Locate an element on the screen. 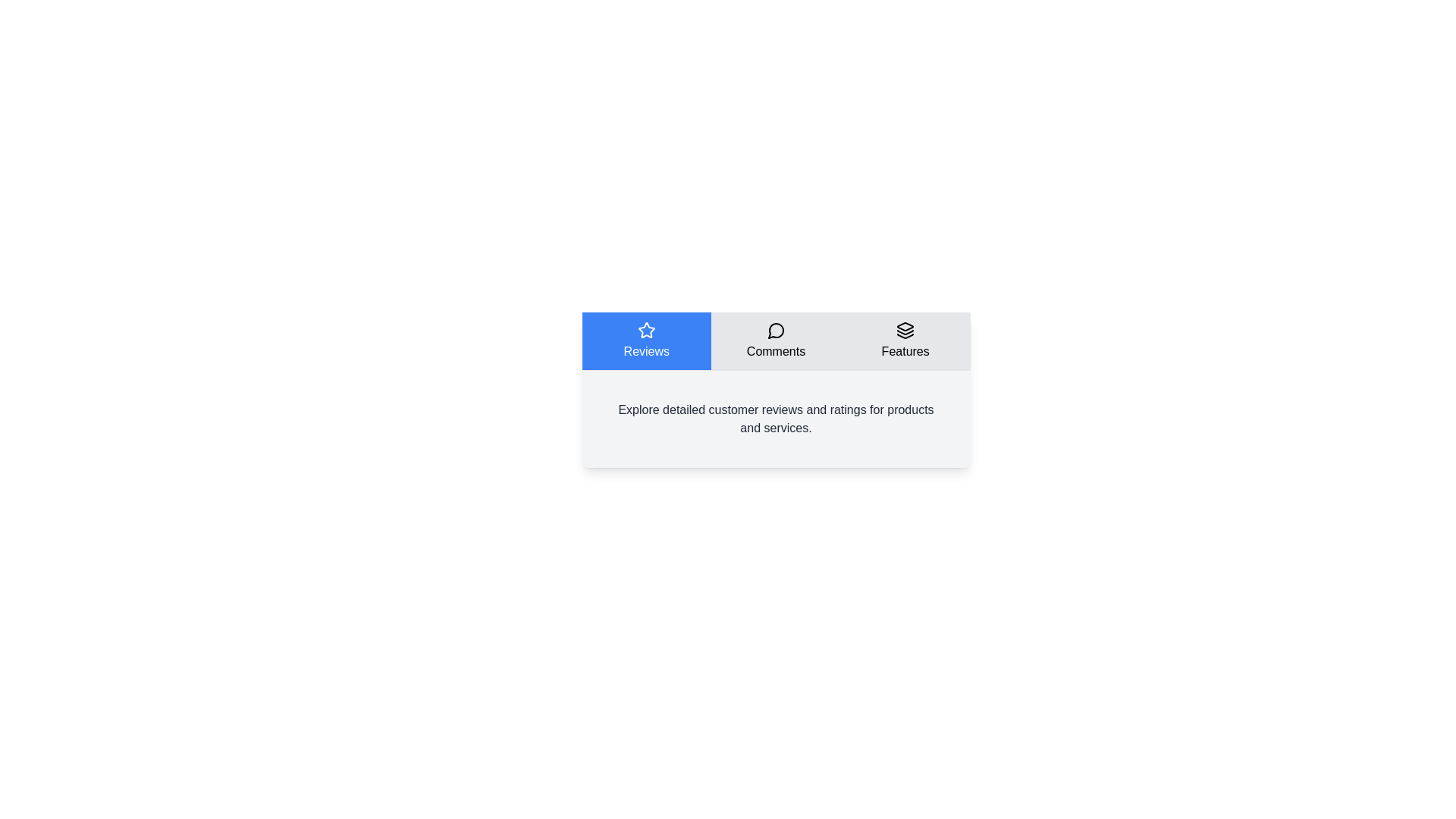  the tab labeled Features by clicking on it is located at coordinates (905, 341).